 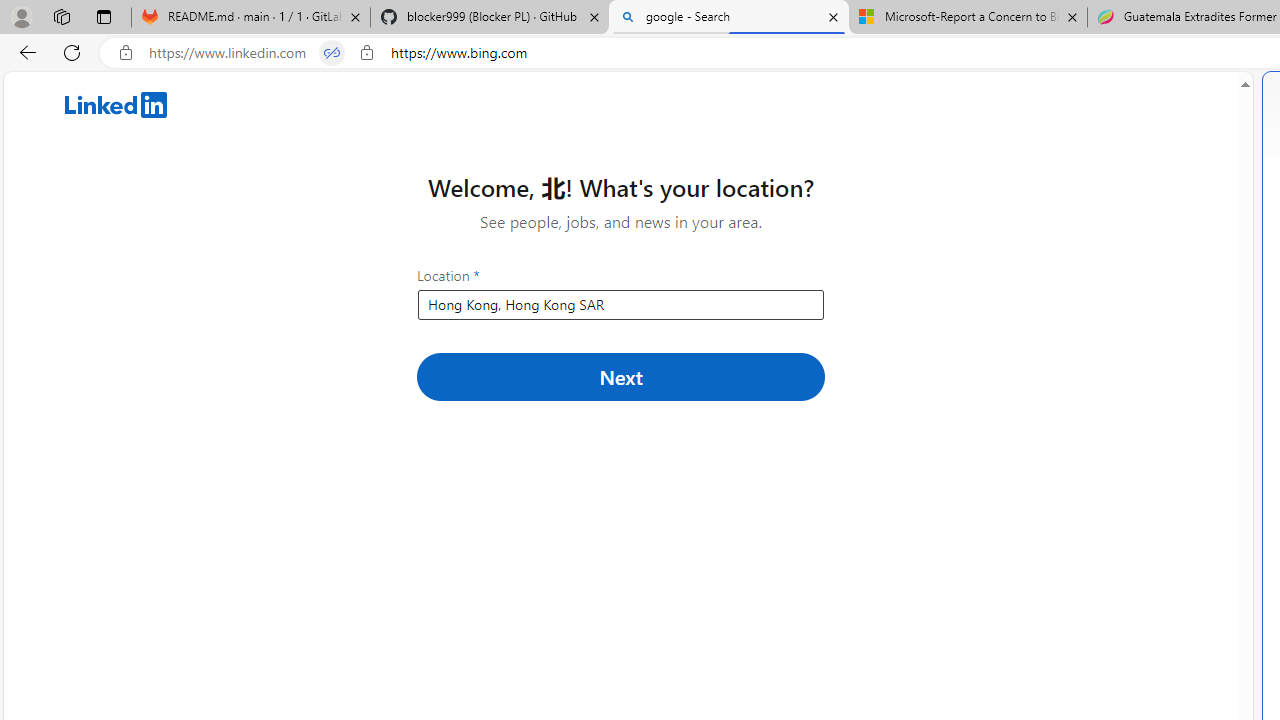 What do you see at coordinates (332, 52) in the screenshot?
I see `'Tabs in split screen'` at bounding box center [332, 52].